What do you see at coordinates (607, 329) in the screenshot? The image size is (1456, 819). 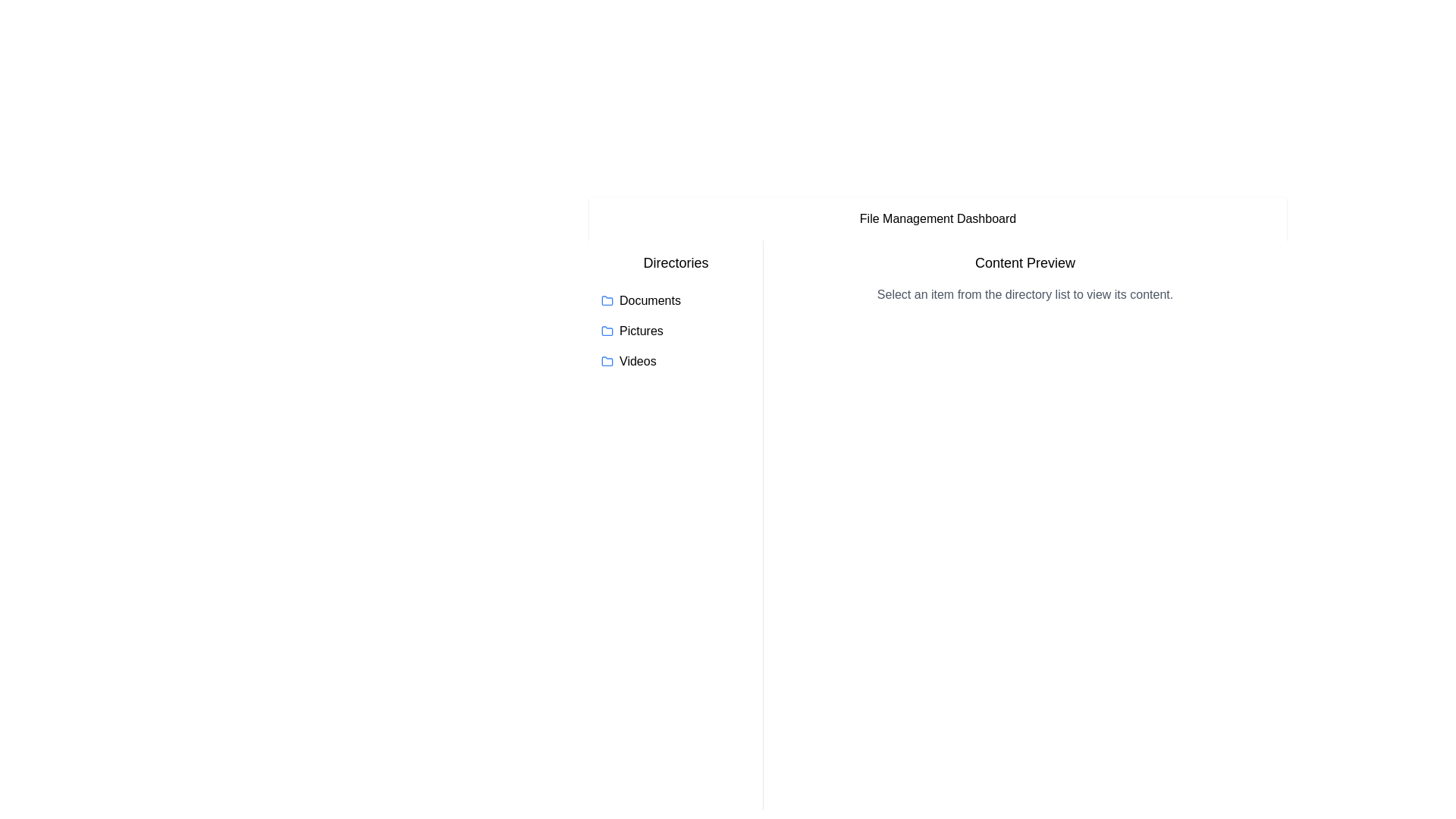 I see `the blue minimized folder icon located next to the 'Pictures' label in the directory listing to interact with it` at bounding box center [607, 329].